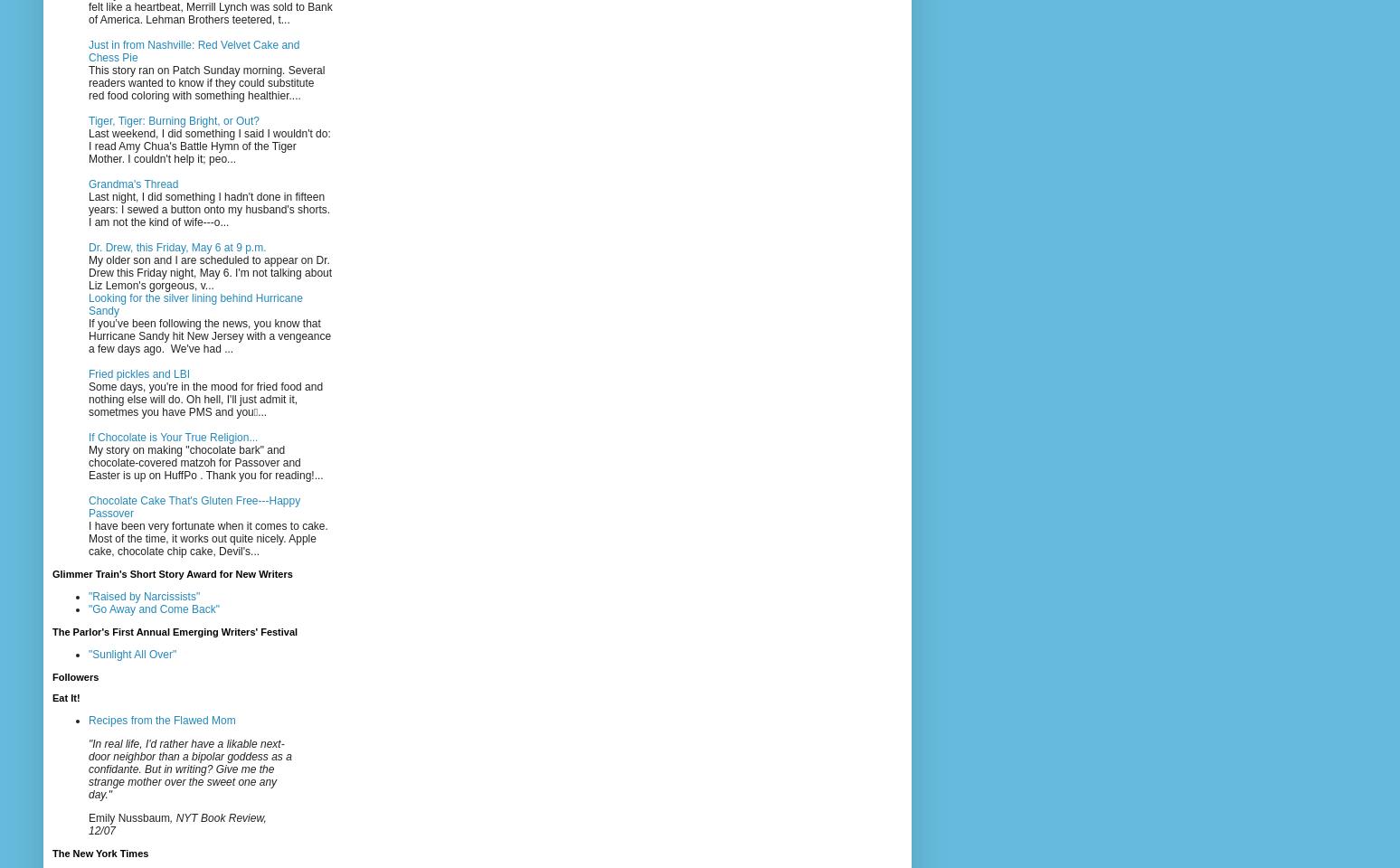 The image size is (1400, 868). I want to click on 'Chocolate Cake That's Gluten Free---Happy Passover', so click(194, 505).